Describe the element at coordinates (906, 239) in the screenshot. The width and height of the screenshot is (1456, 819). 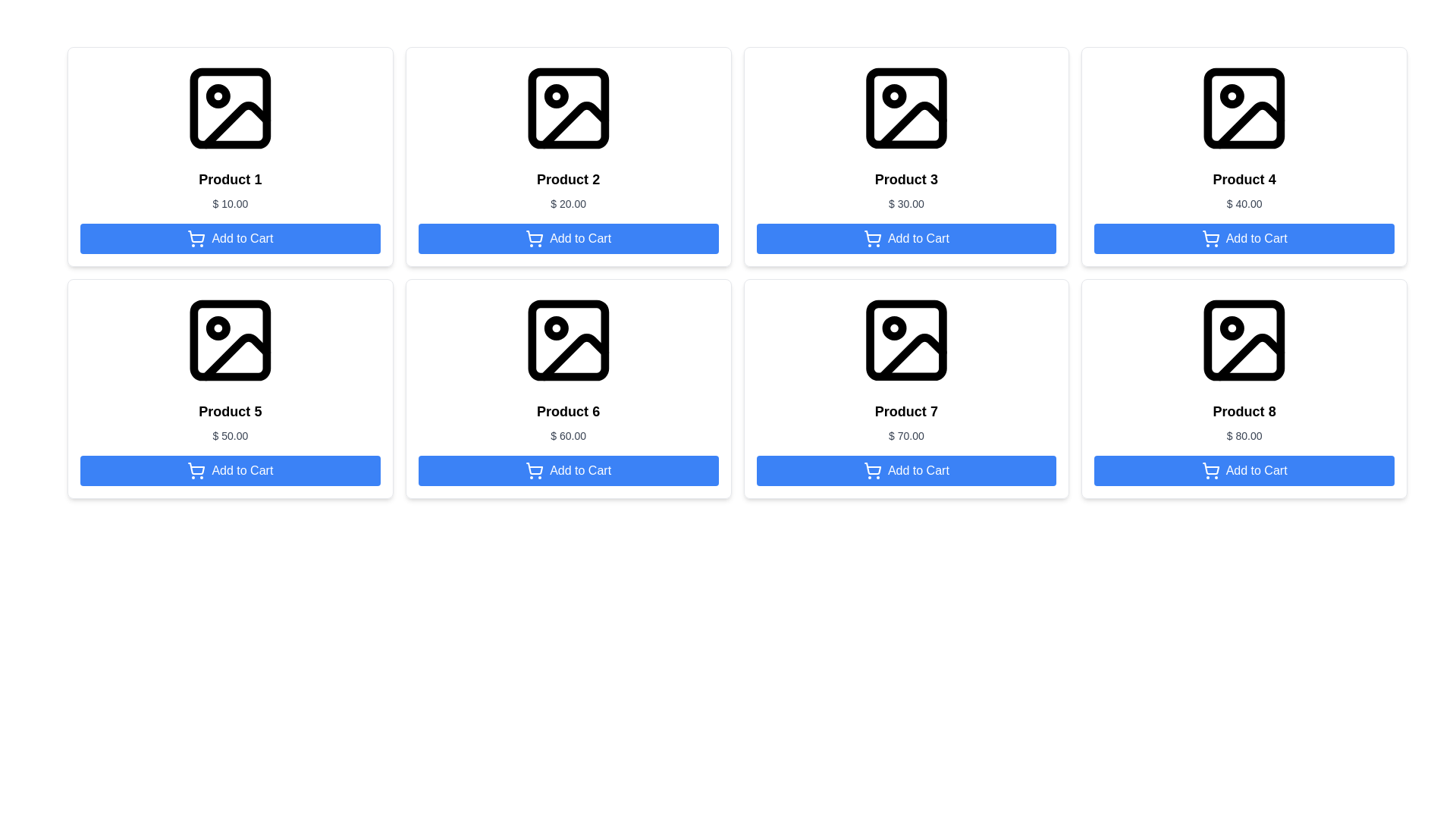
I see `the button` at that location.